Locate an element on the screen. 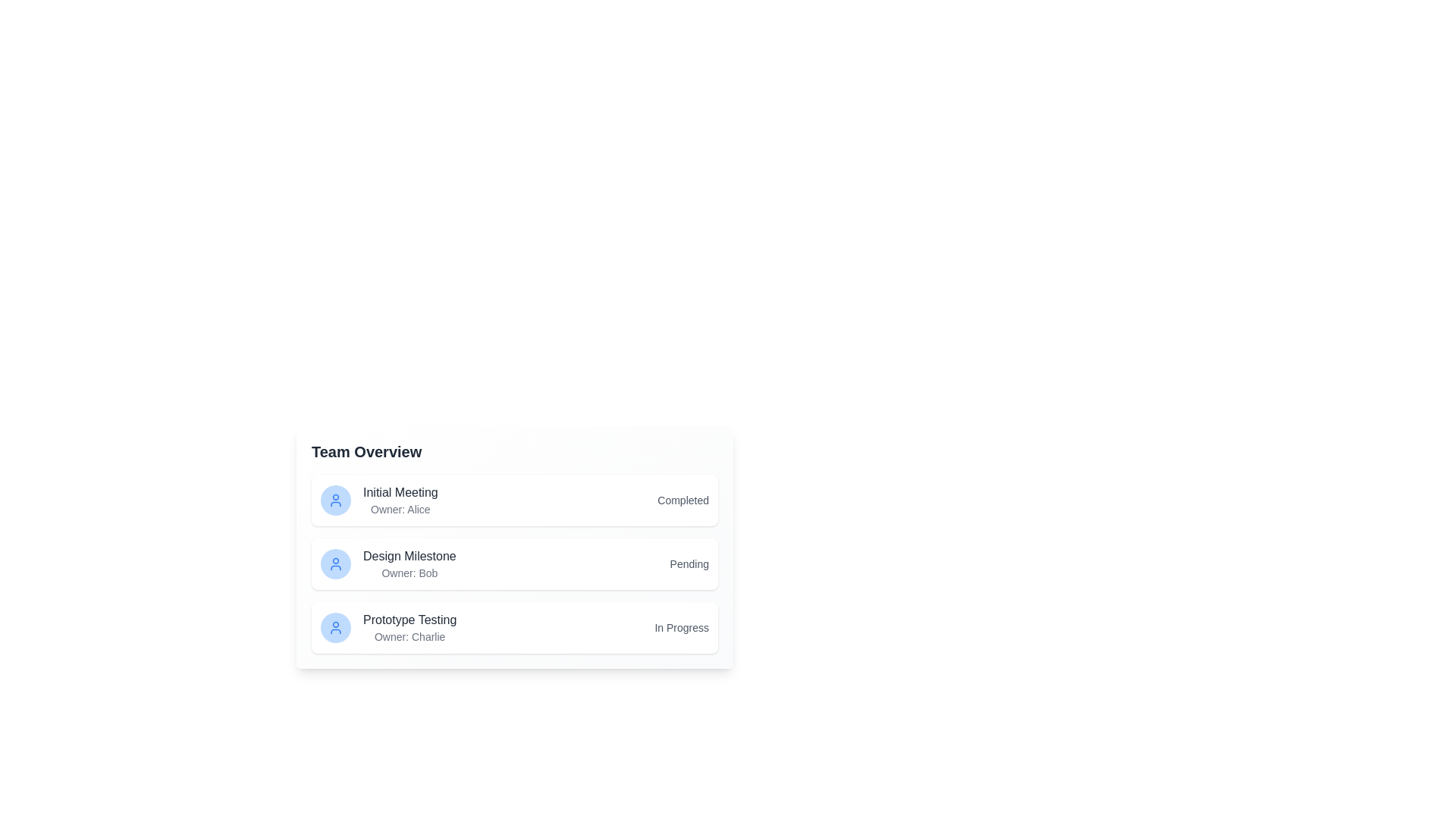 The height and width of the screenshot is (819, 1456). the Profile/Avatar Icon located in the 'Prototype Testing' section is located at coordinates (334, 628).